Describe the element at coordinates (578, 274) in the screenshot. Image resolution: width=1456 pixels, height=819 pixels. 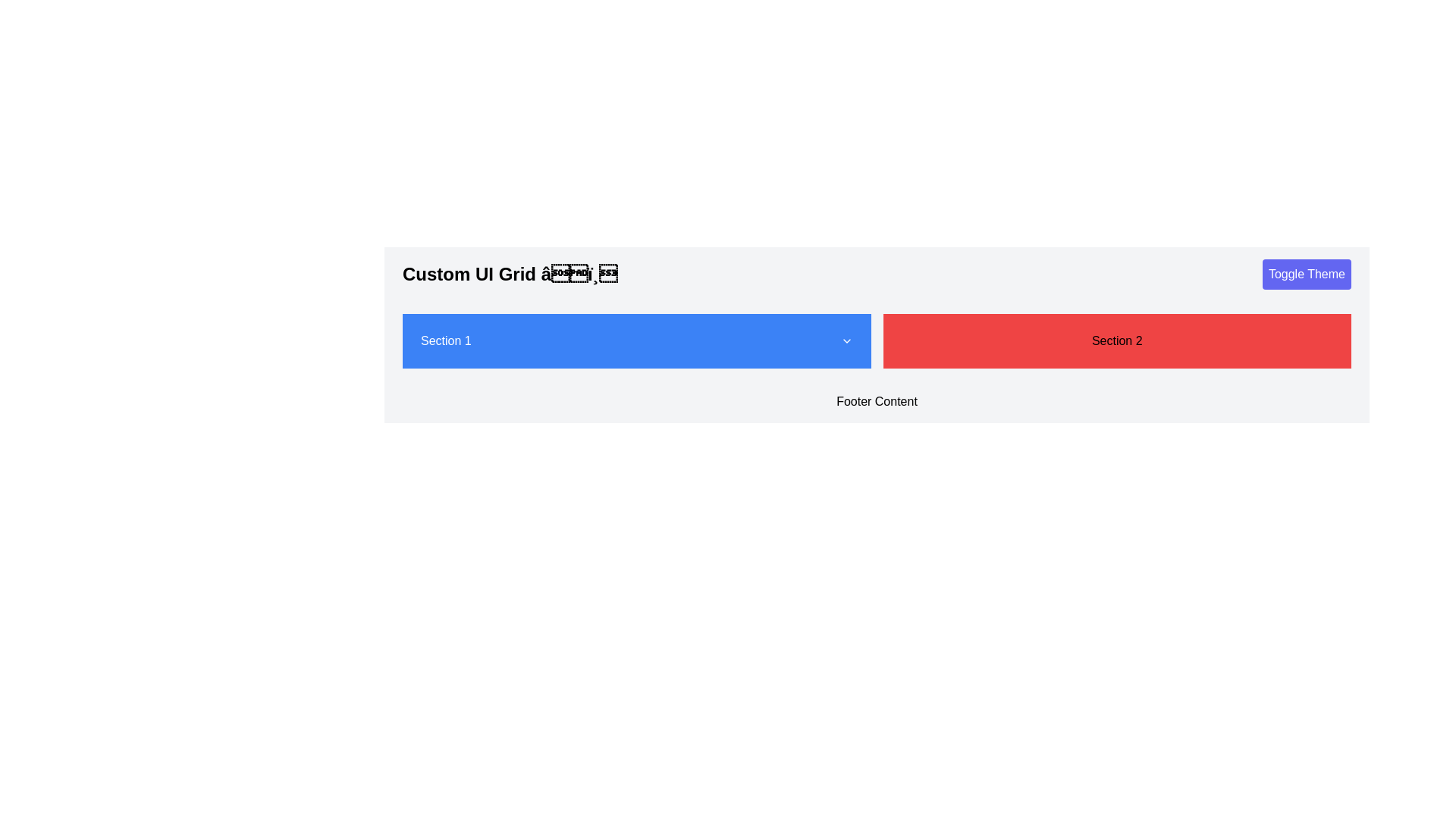
I see `the sun-shaped symbol located to the right of the 'Custom UI Grid ☀️' header in the top-left section of the user interface` at that location.